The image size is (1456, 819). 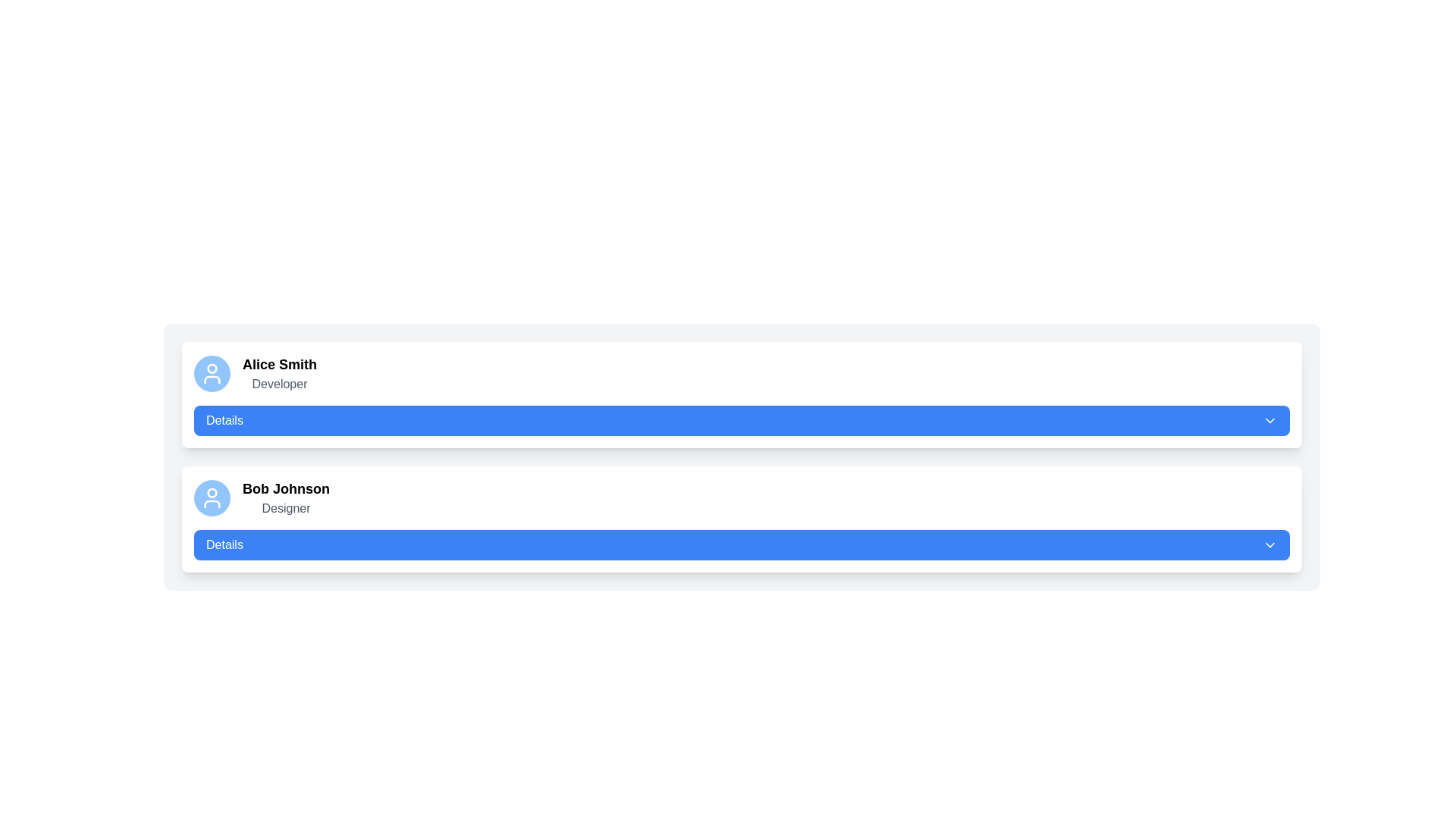 What do you see at coordinates (1270, 544) in the screenshot?
I see `the downward-facing chevron icon with a blue background located on the right side of the 'Details' button` at bounding box center [1270, 544].